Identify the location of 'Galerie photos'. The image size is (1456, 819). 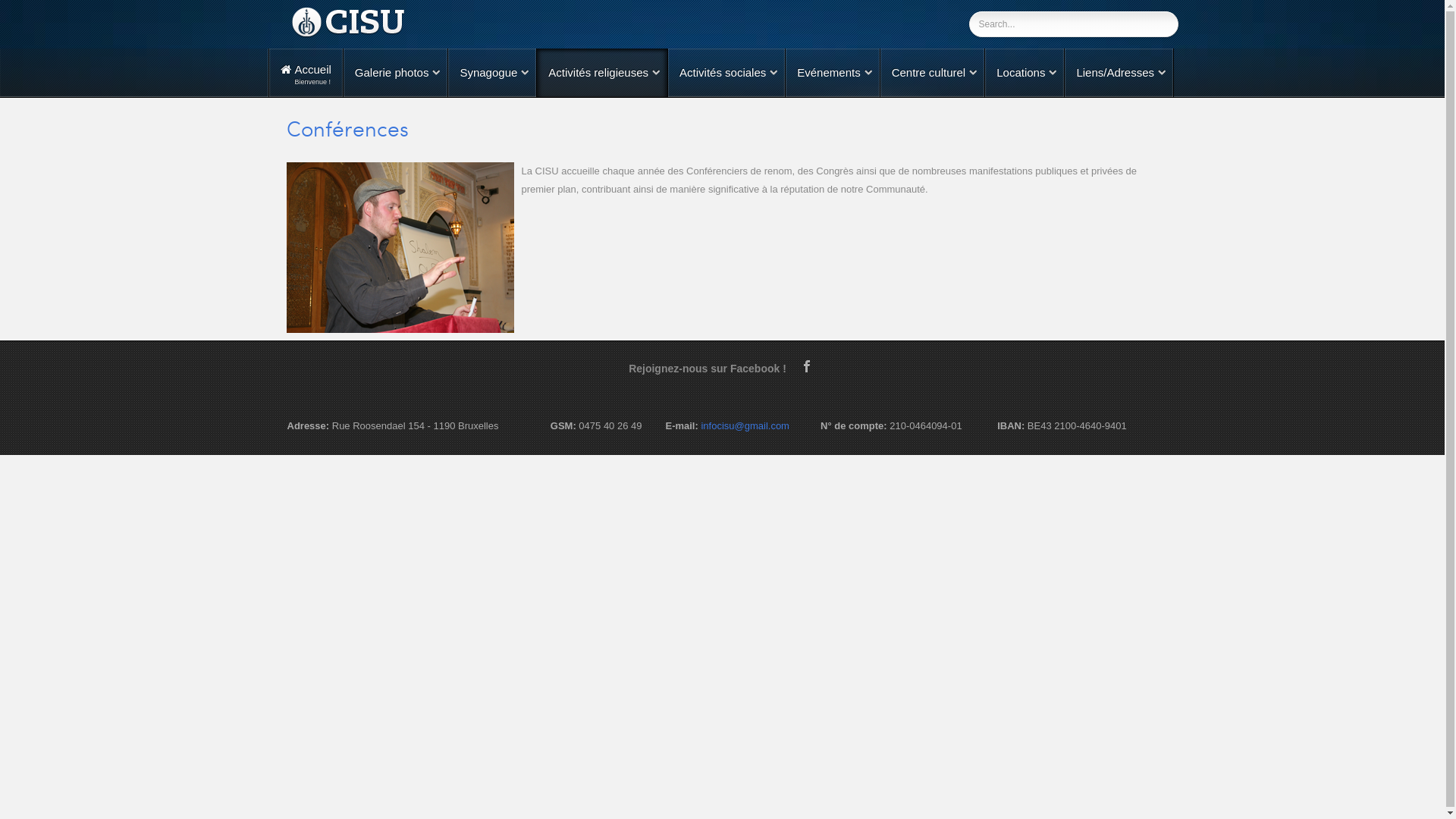
(396, 73).